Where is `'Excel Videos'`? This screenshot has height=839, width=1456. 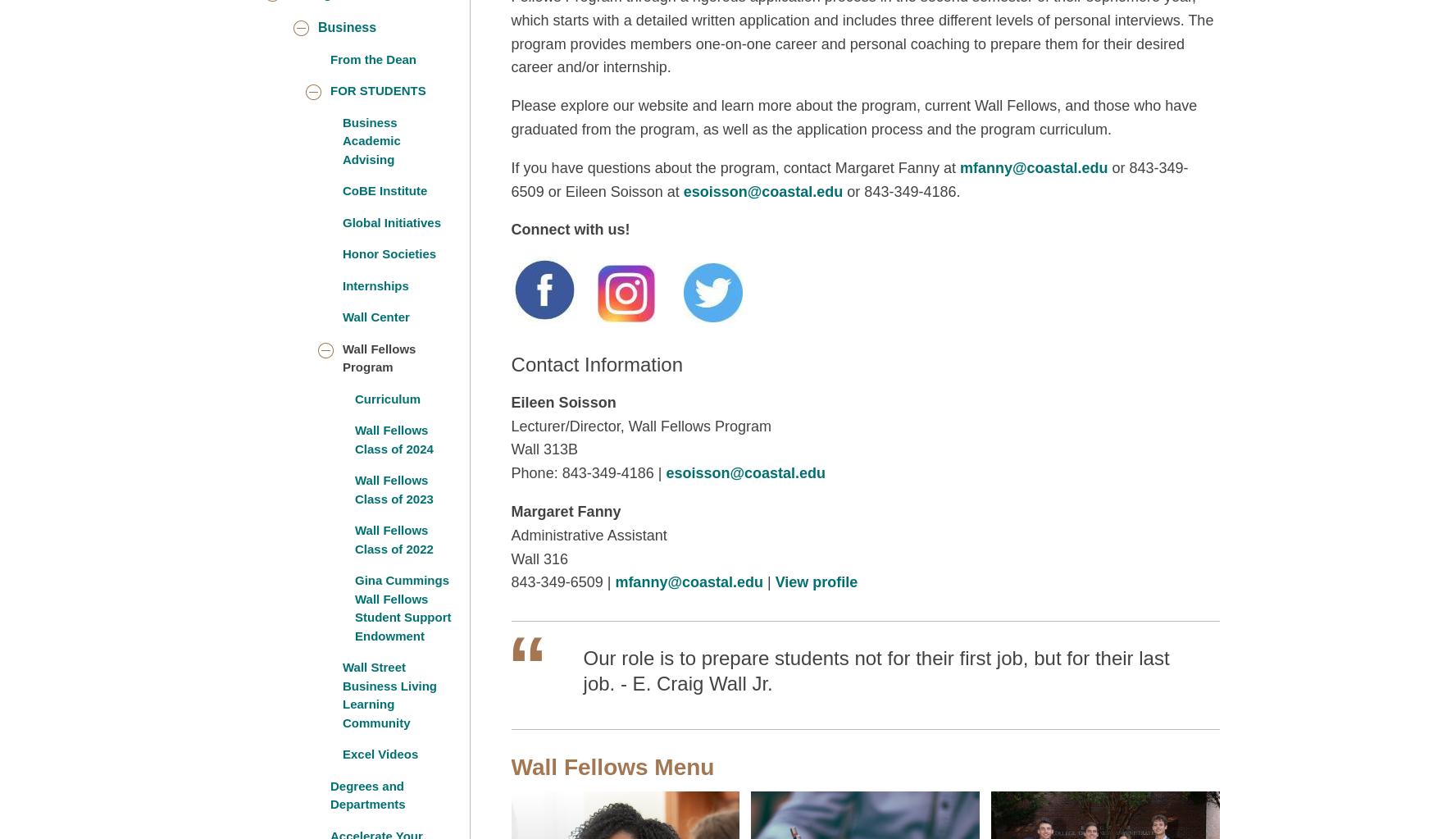
'Excel Videos' is located at coordinates (343, 753).